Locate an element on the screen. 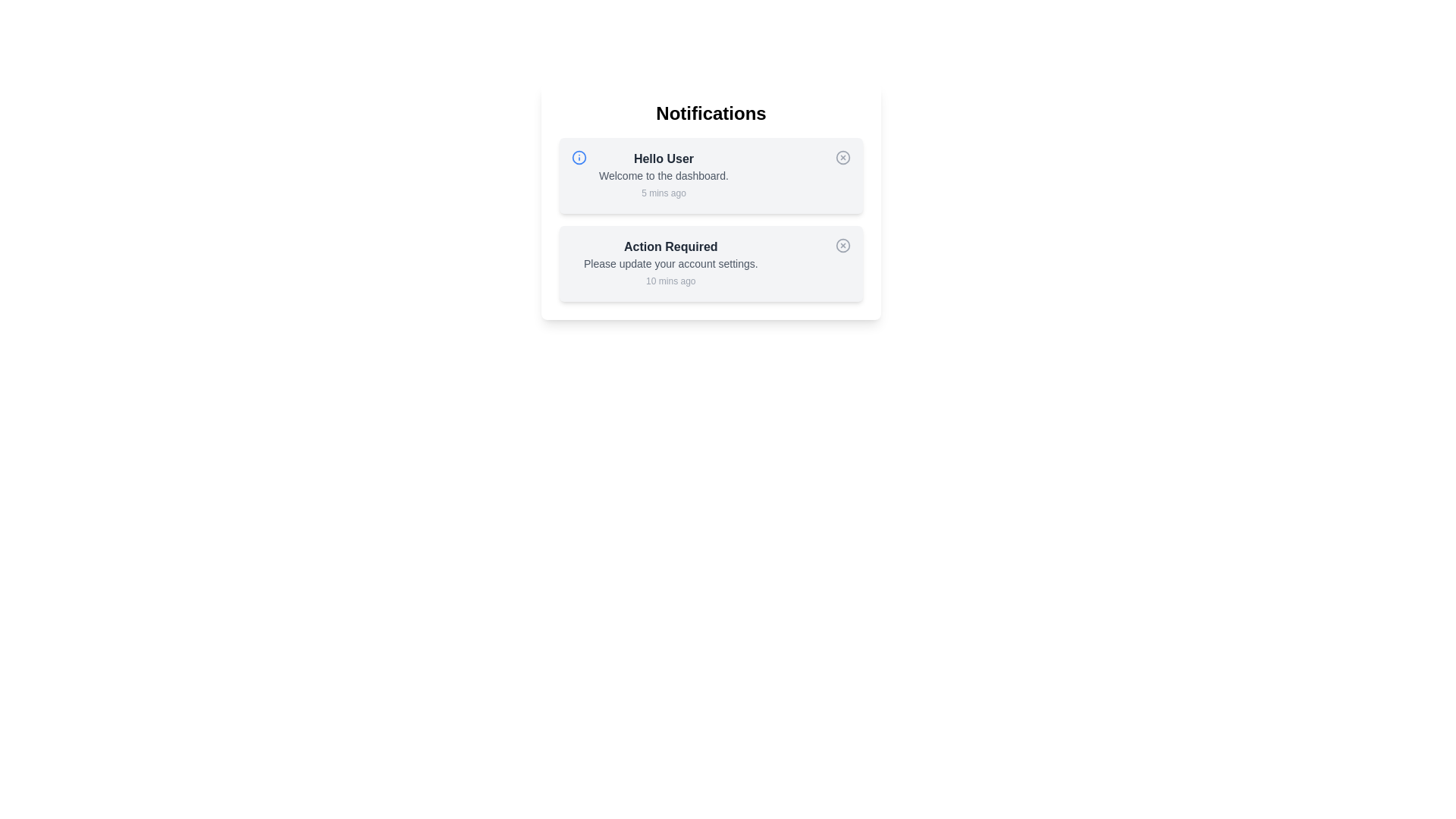  the informational icon located at the upper-left corner of the first notification card next to the text 'Hello User' is located at coordinates (578, 158).